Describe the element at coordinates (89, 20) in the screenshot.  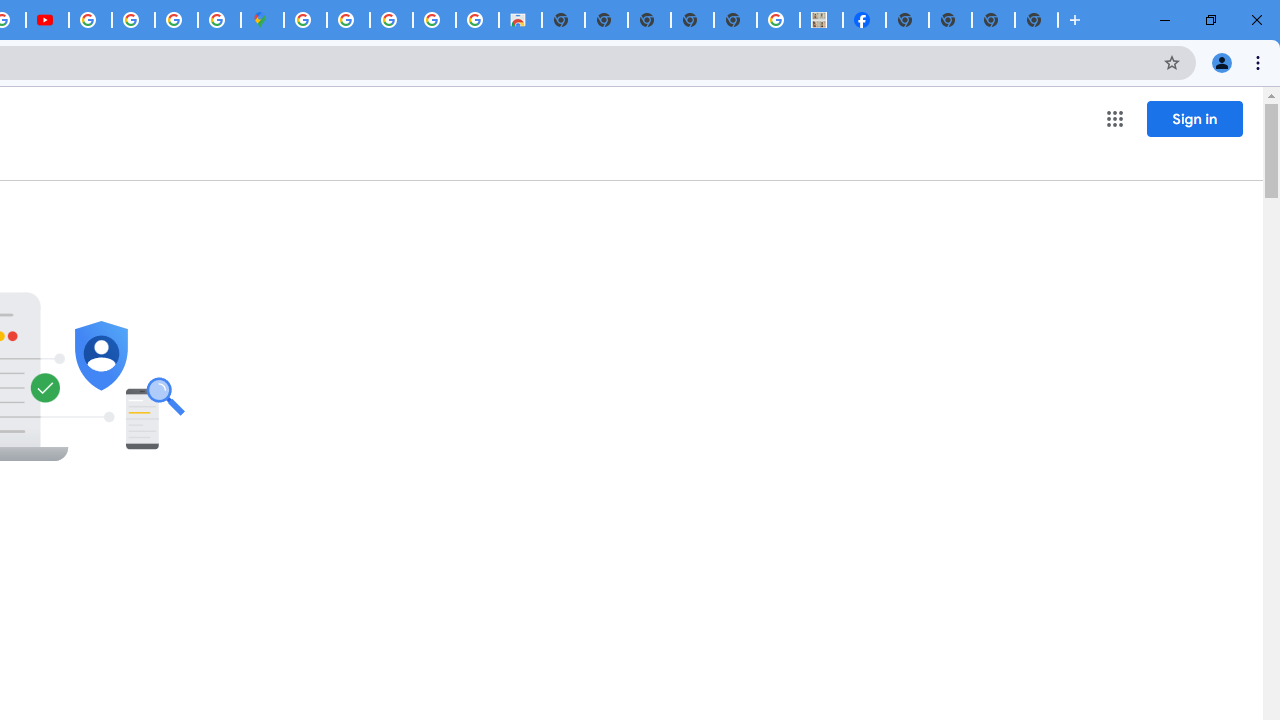
I see `'How Chrome protects your passwords - Google Chrome Help'` at that location.